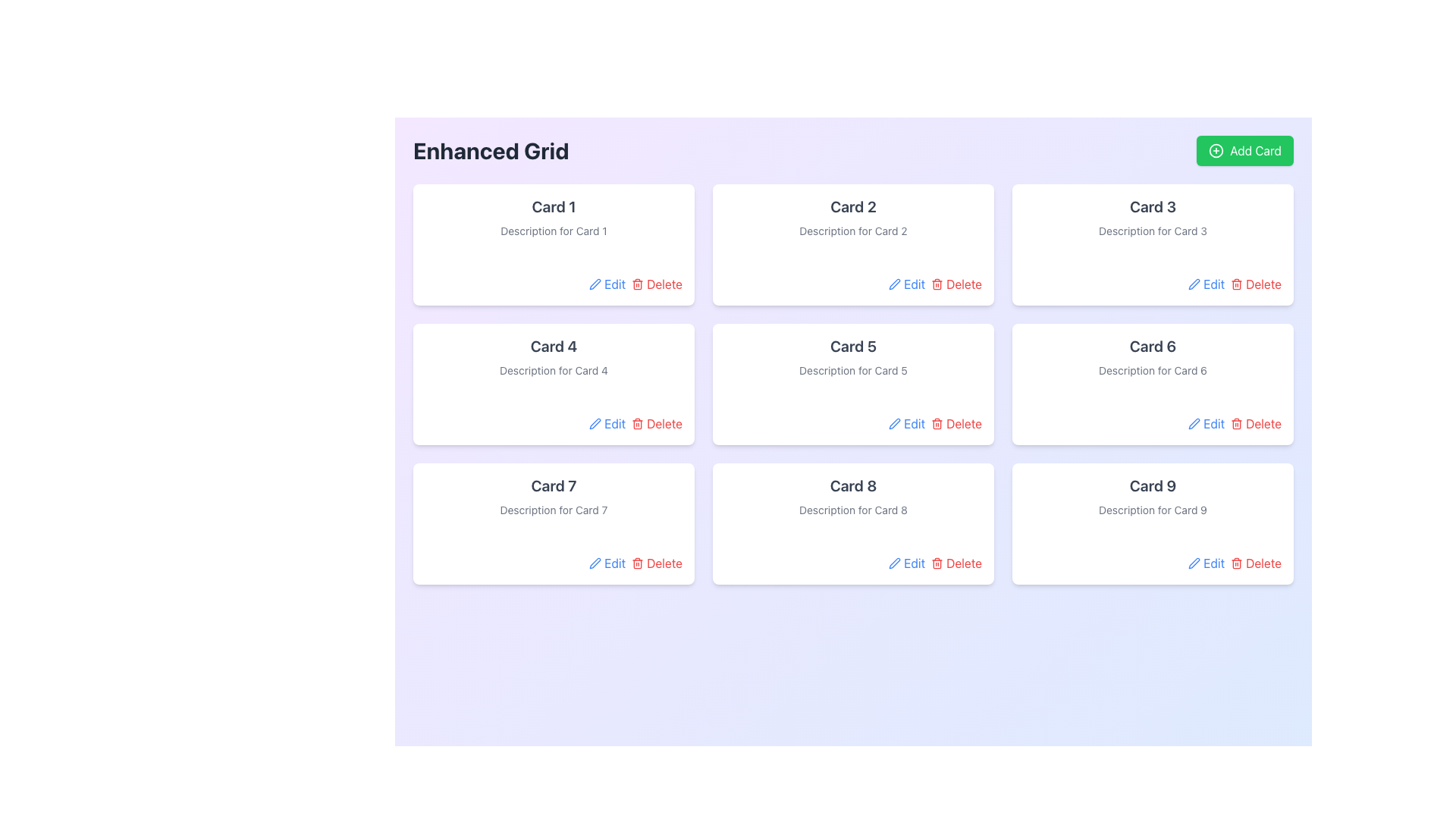 The height and width of the screenshot is (819, 1456). Describe the element at coordinates (895, 563) in the screenshot. I see `the pen-shaped icon representing the 'Edit' functionality for Card 8, located left of the 'Edit' text in the action menu` at that location.